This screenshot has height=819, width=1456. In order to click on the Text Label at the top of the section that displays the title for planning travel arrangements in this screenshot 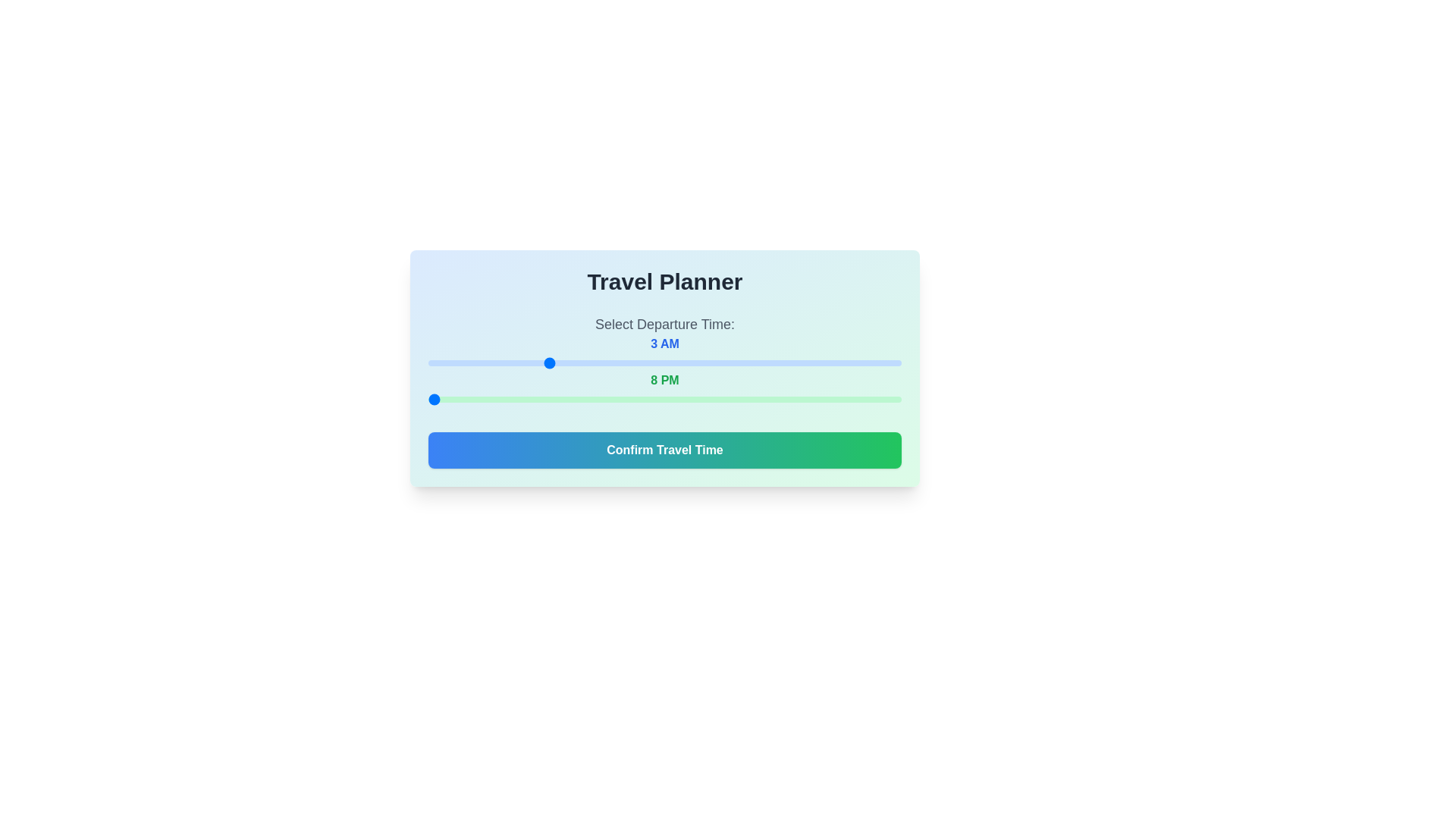, I will do `click(665, 281)`.